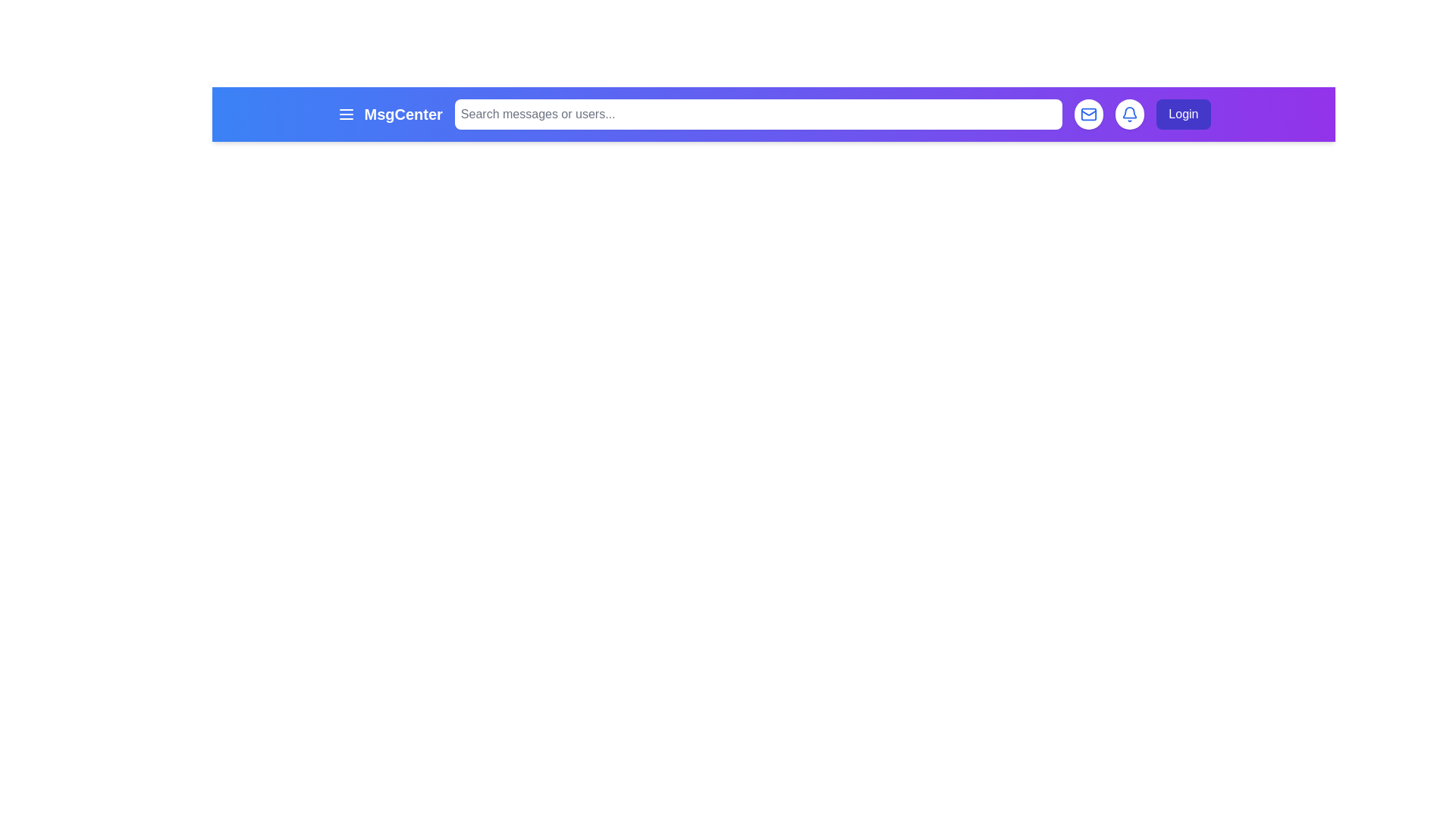 Image resolution: width=1456 pixels, height=819 pixels. What do you see at coordinates (1182, 113) in the screenshot?
I see `the 'Login' button to initiate the login process` at bounding box center [1182, 113].